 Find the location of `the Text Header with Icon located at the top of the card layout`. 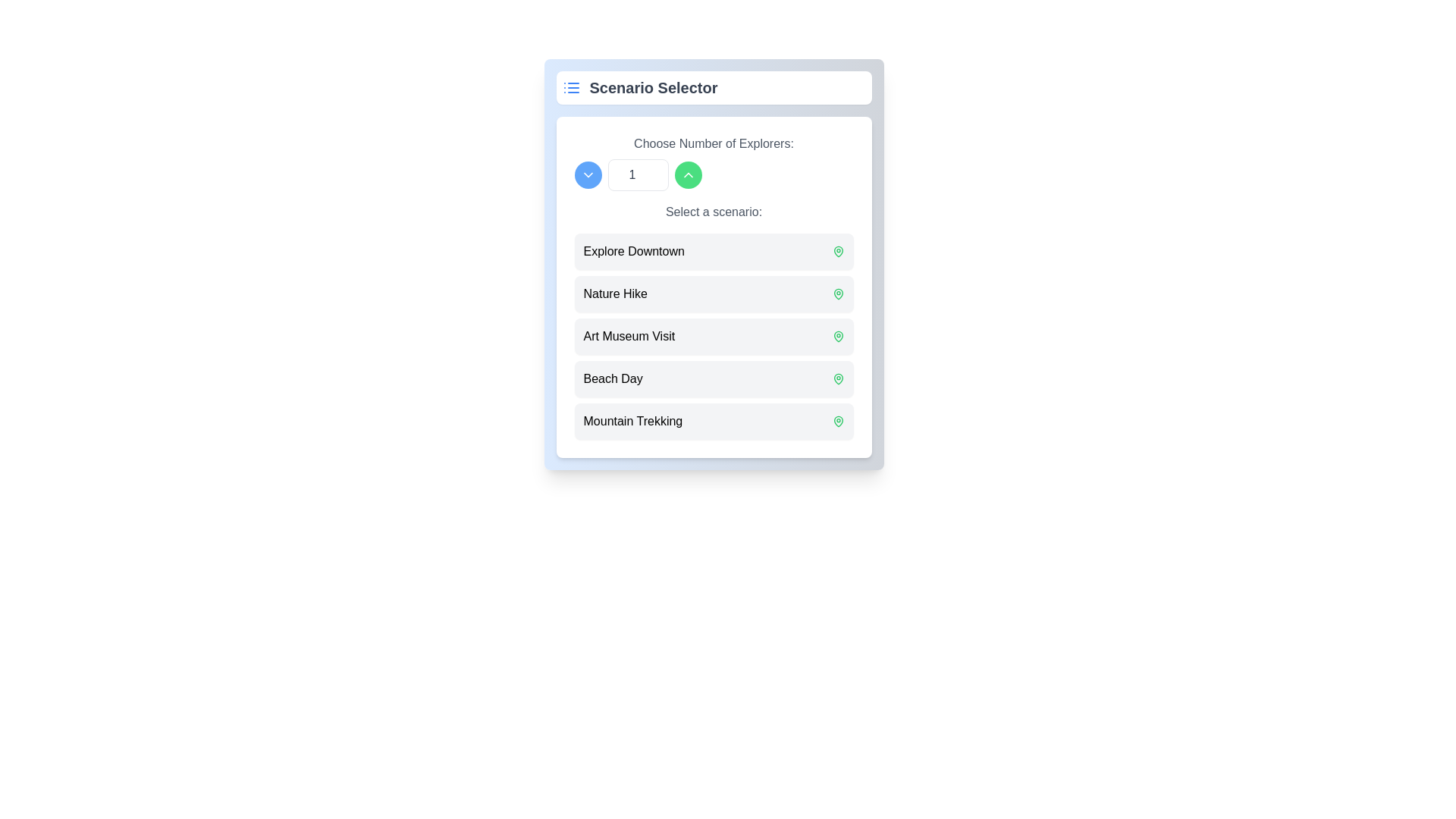

the Text Header with Icon located at the top of the card layout is located at coordinates (713, 87).